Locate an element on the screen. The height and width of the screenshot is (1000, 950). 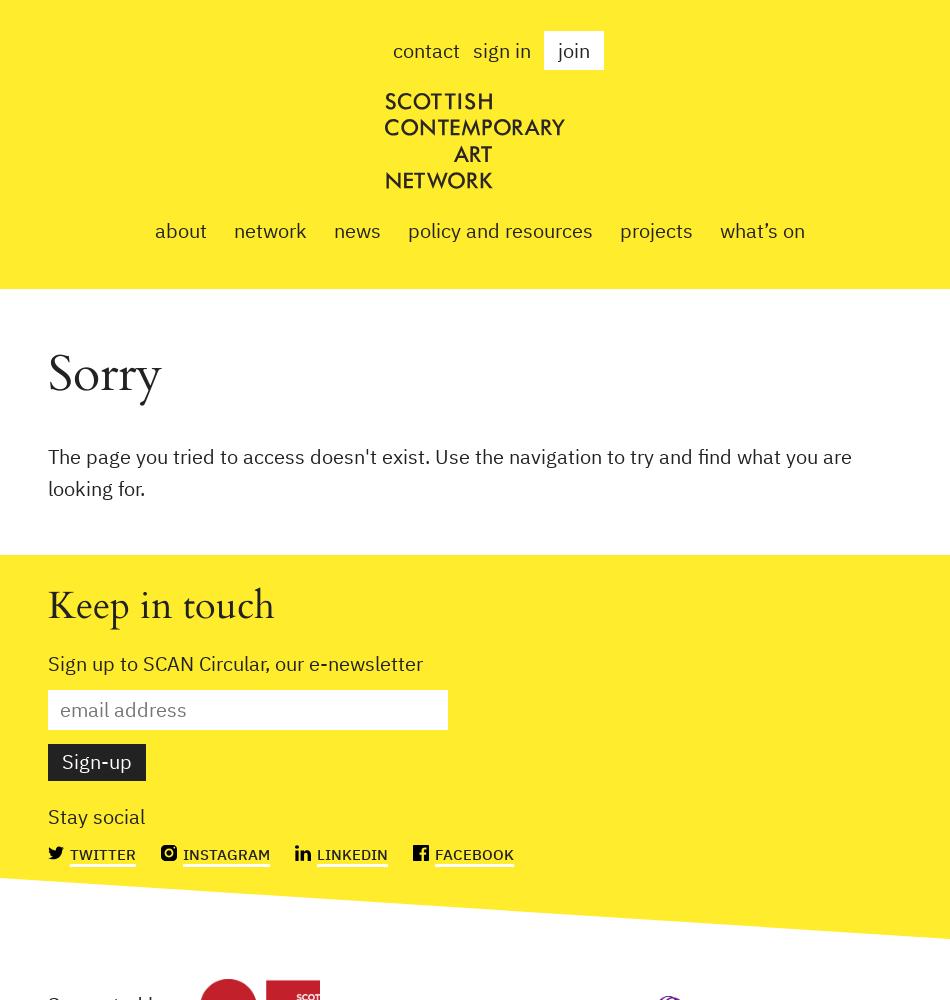
'What’s on' is located at coordinates (719, 228).